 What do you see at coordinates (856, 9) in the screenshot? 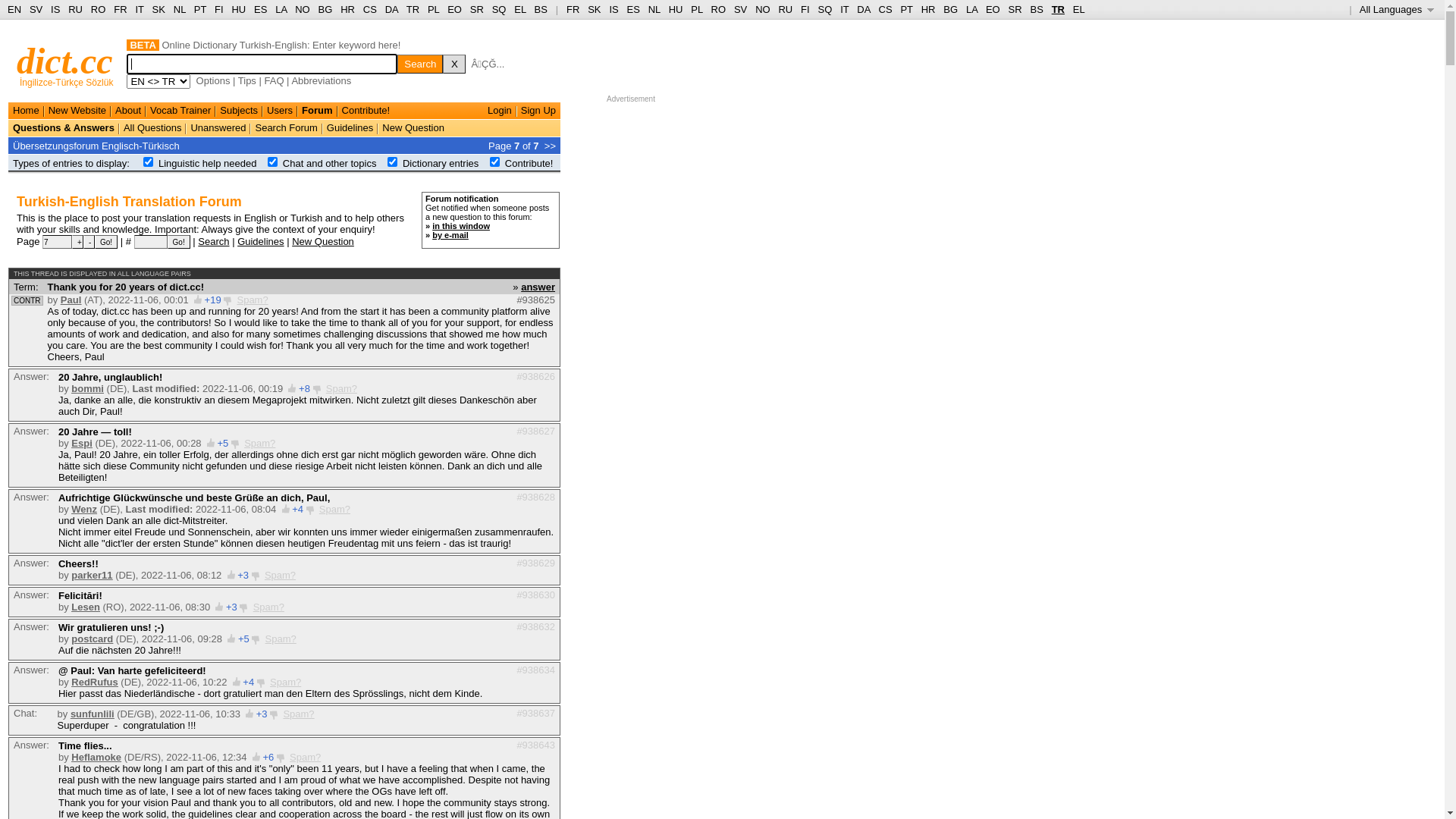
I see `'DA'` at bounding box center [856, 9].